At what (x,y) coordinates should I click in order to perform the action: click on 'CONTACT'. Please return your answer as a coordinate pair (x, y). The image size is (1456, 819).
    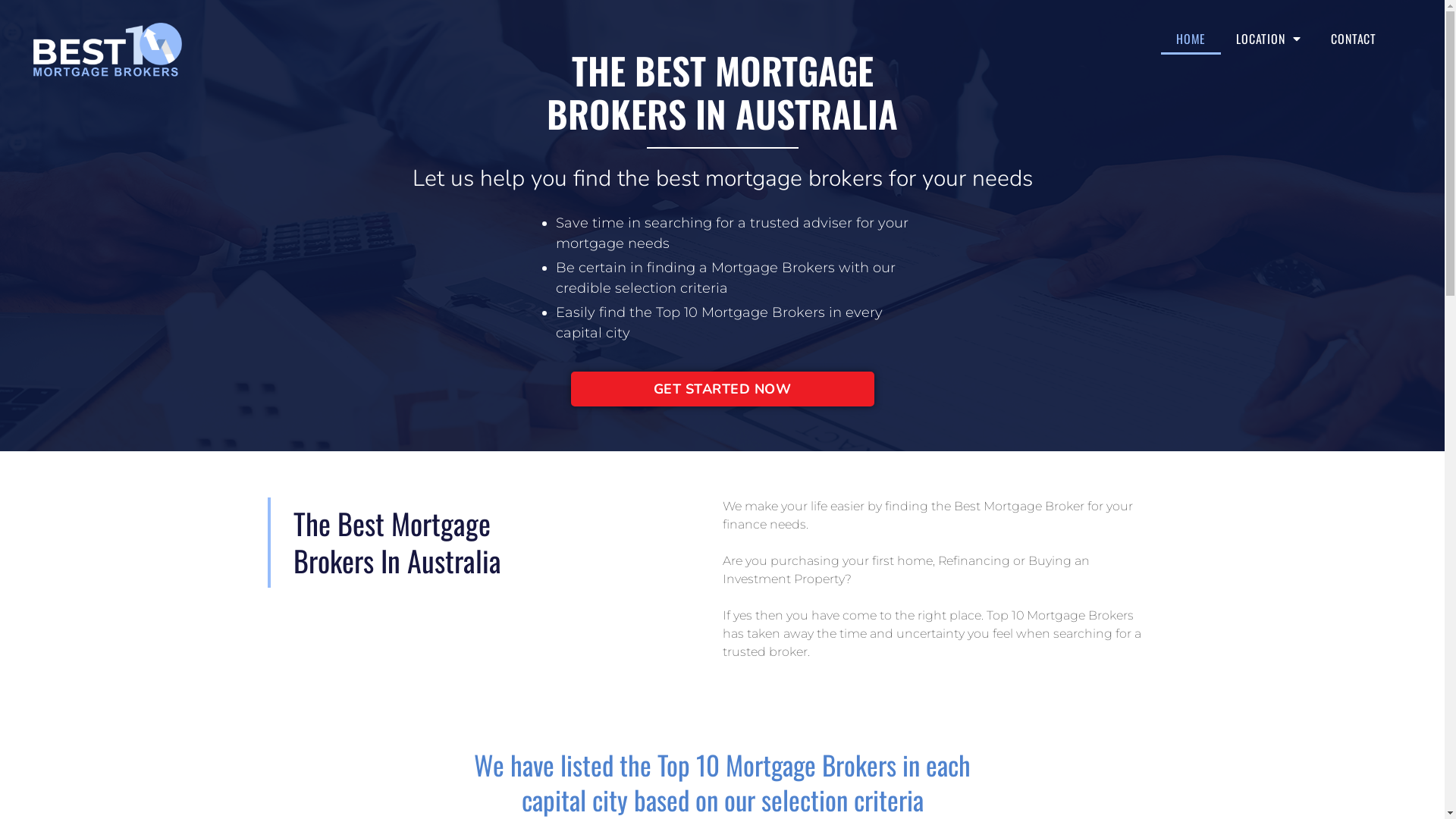
    Looking at the image, I should click on (1314, 37).